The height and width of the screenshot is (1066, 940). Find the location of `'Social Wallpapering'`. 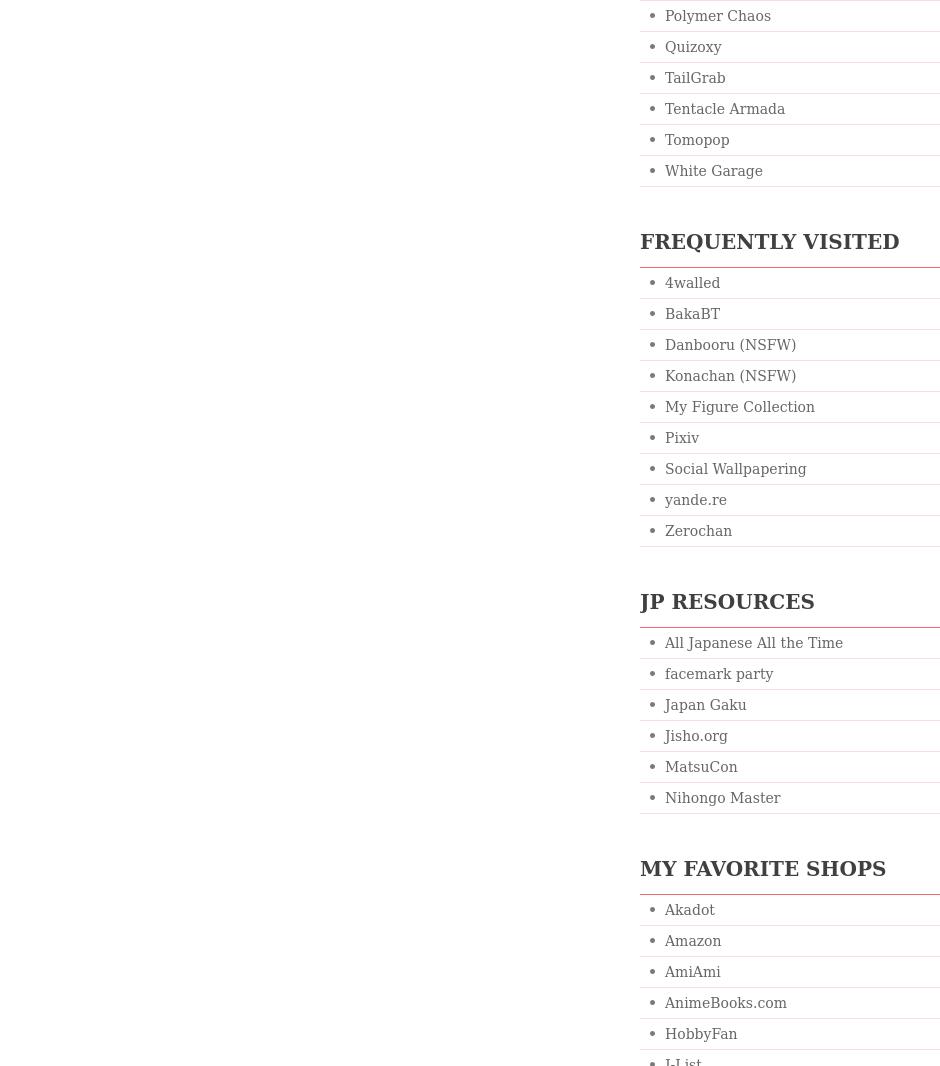

'Social Wallpapering' is located at coordinates (735, 469).